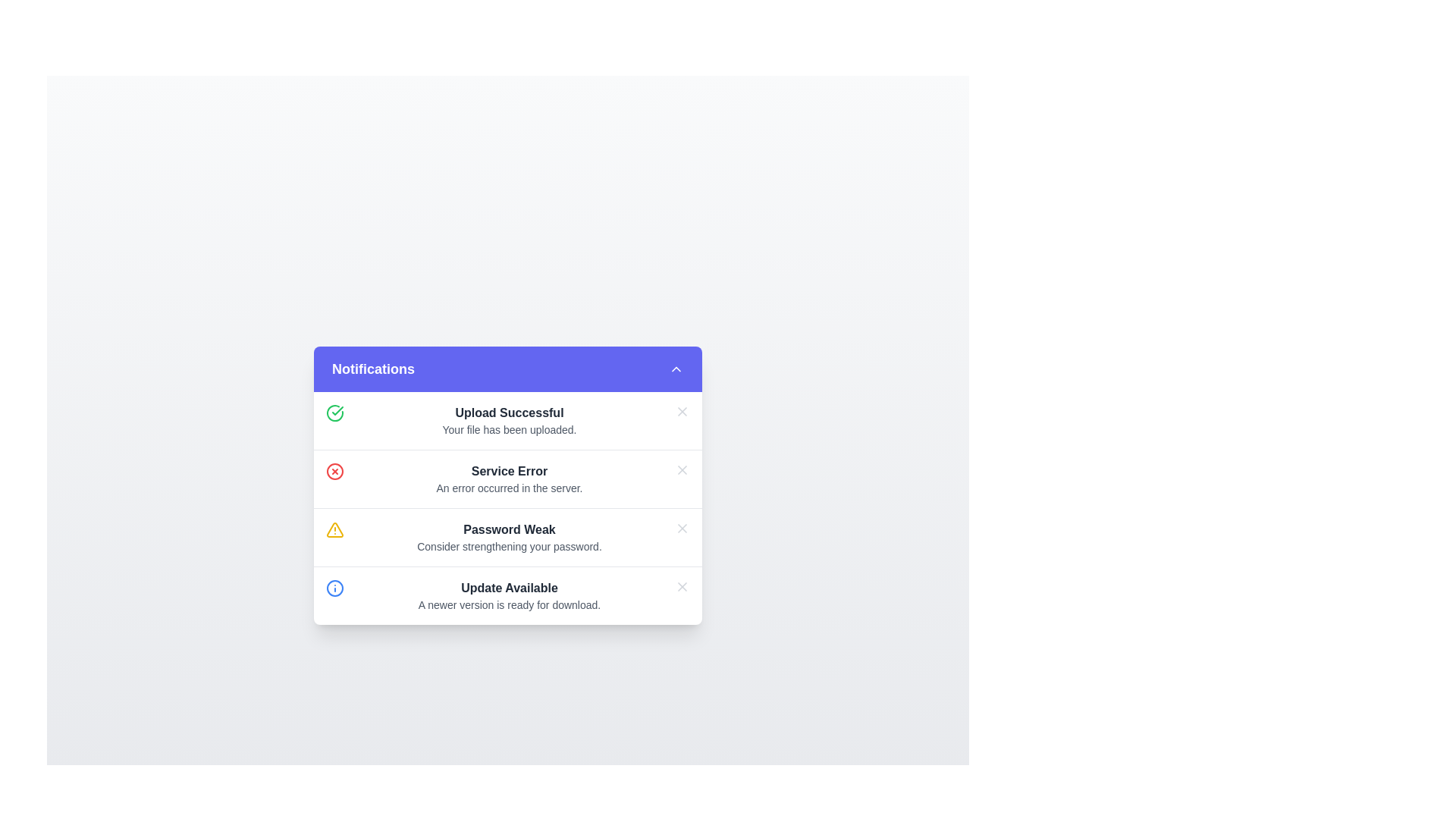 Image resolution: width=1456 pixels, height=819 pixels. Describe the element at coordinates (508, 536) in the screenshot. I see `the warning of the Notification card regarding weak password by reviewing the text displayed in the notification` at that location.